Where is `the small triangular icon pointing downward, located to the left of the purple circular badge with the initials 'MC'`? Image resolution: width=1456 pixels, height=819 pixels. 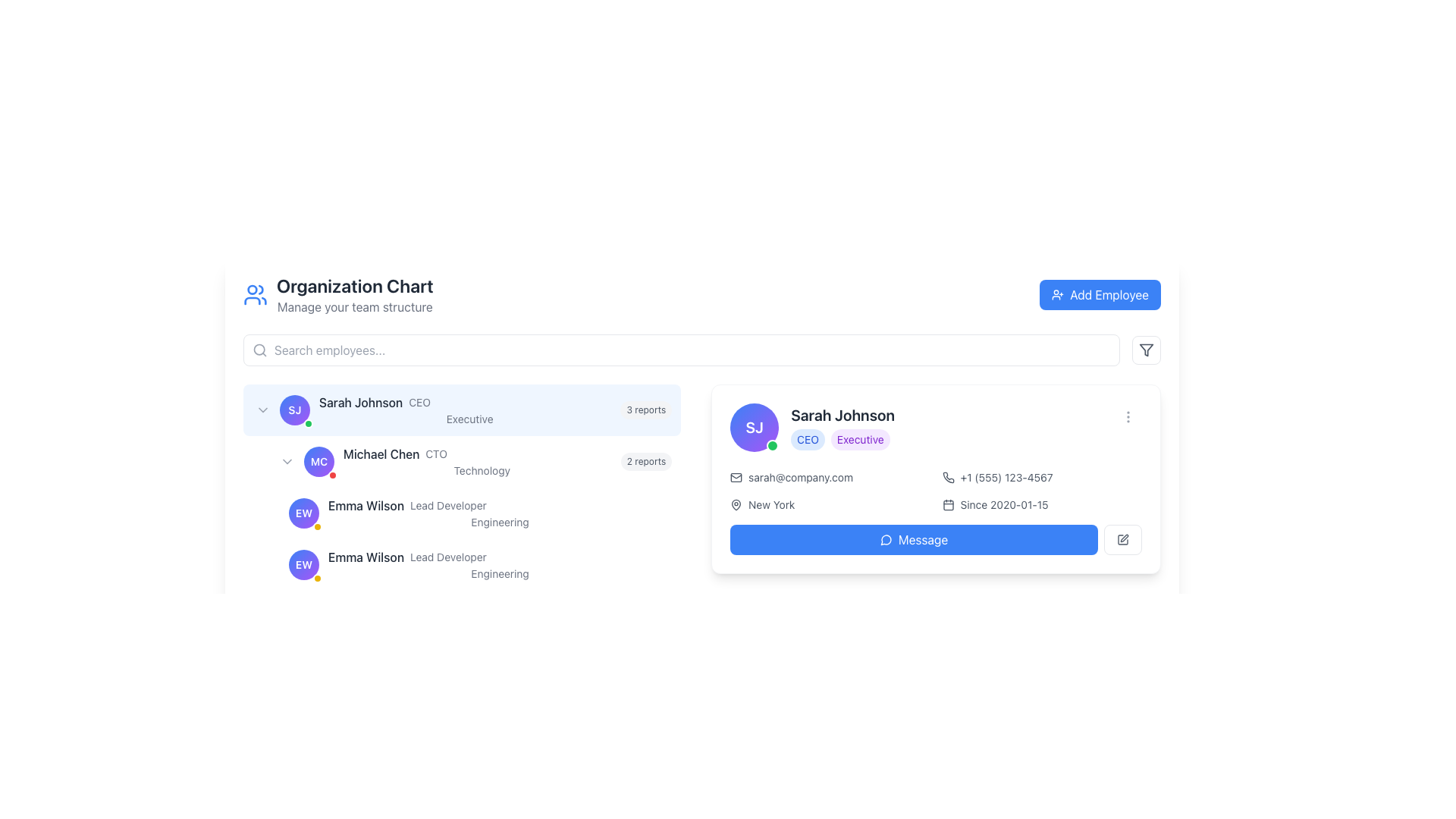 the small triangular icon pointing downward, located to the left of the purple circular badge with the initials 'MC' is located at coordinates (287, 461).